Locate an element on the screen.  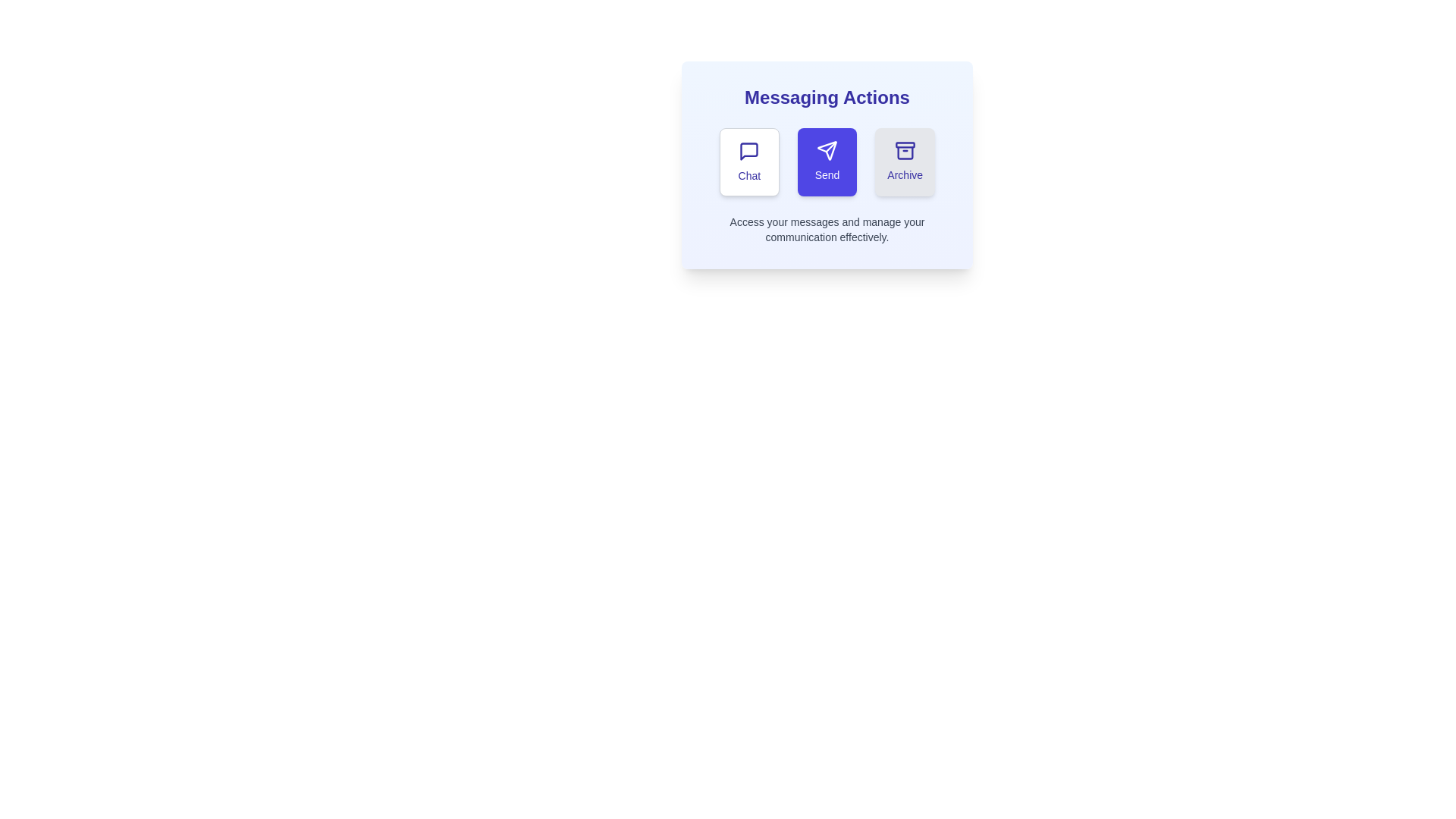
the action card located in the top-left quadrant of the UI, which is centrally positioned between the 'Chat' button on the left and the 'Archive' button on the right is located at coordinates (826, 165).